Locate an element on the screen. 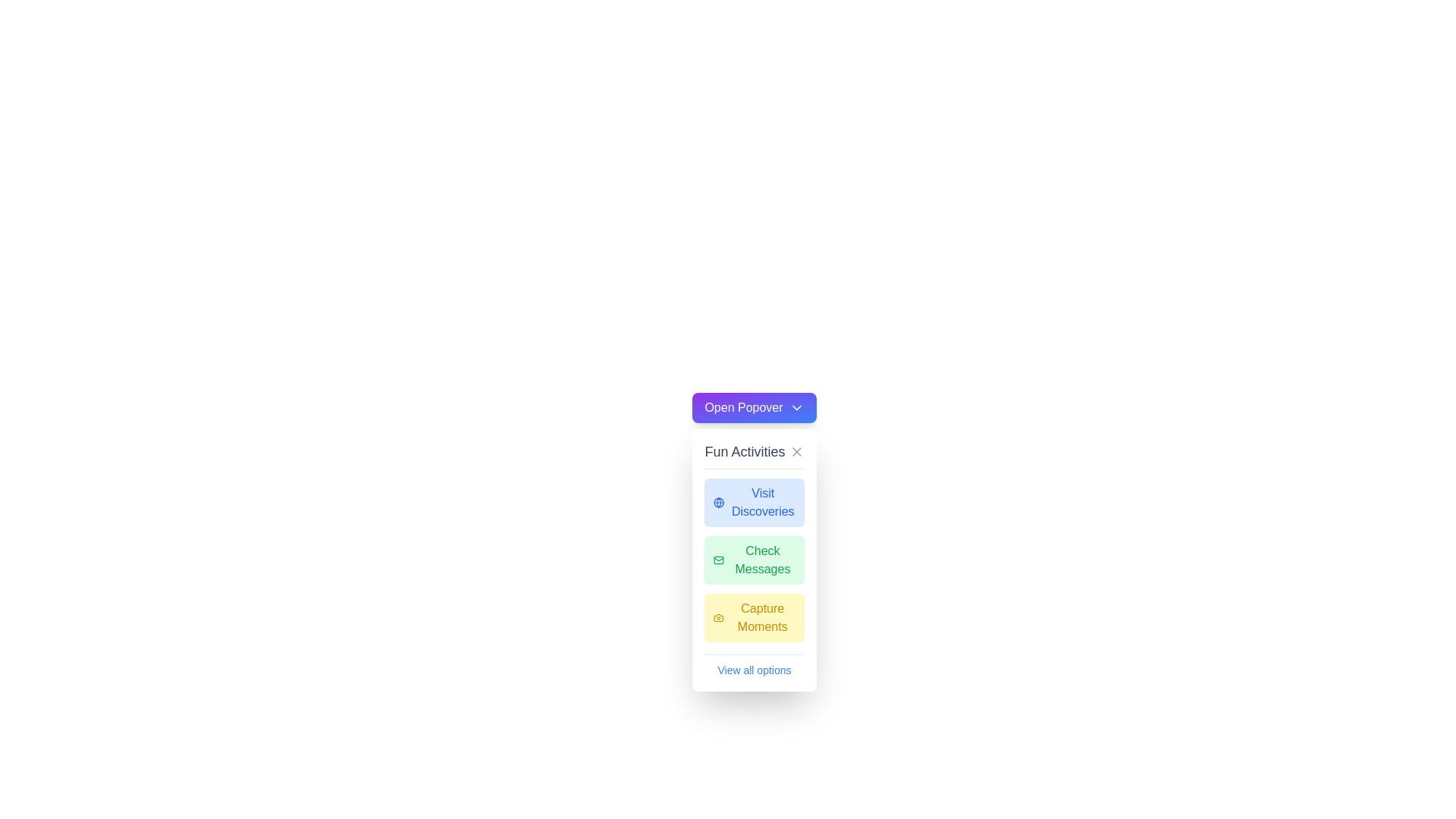  the Button with dropdown functionality located at the center of the dropdown interface is located at coordinates (754, 406).